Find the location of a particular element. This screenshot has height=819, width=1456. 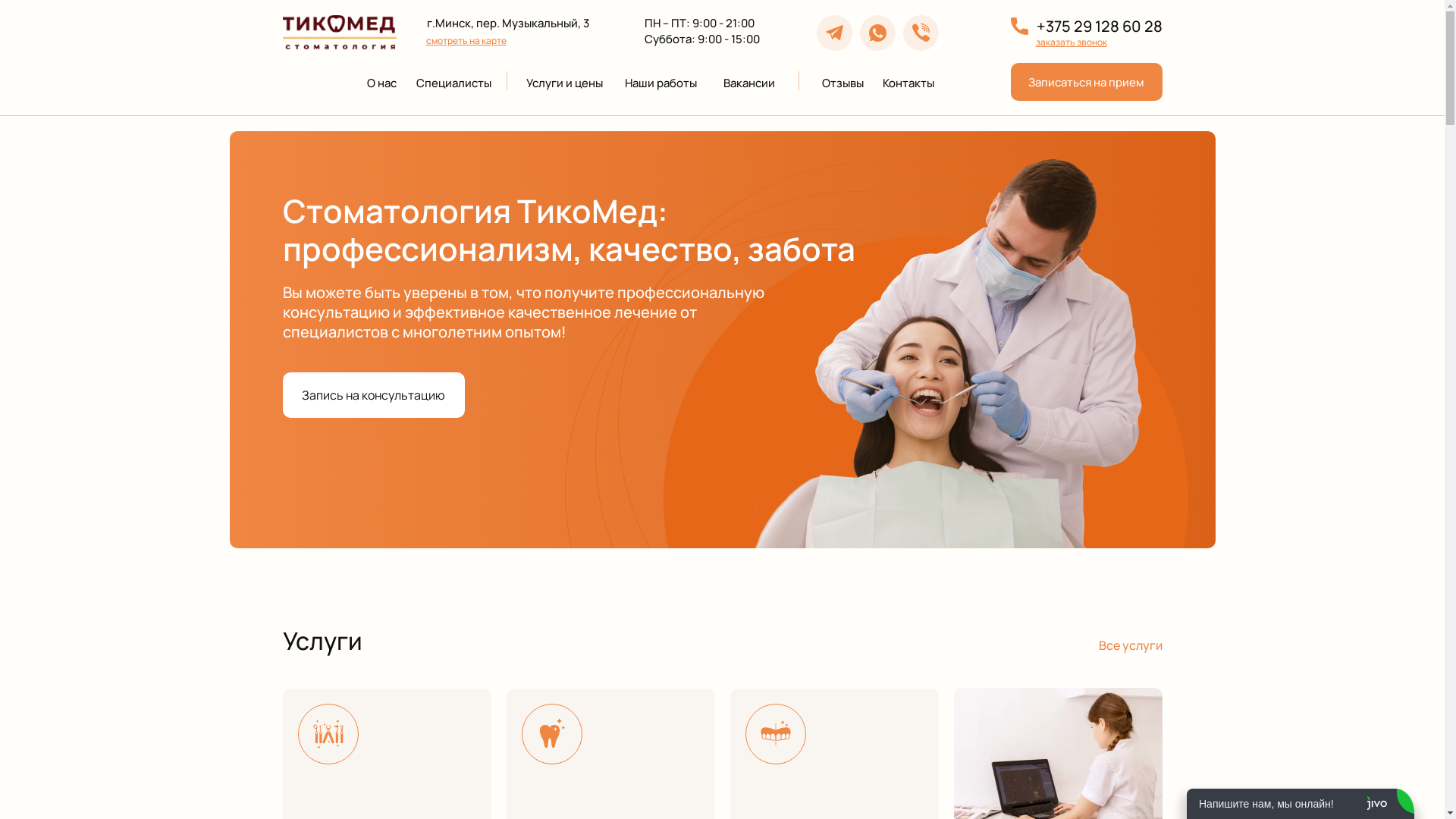

'+375 29 128 60 28' is located at coordinates (1102, 26).